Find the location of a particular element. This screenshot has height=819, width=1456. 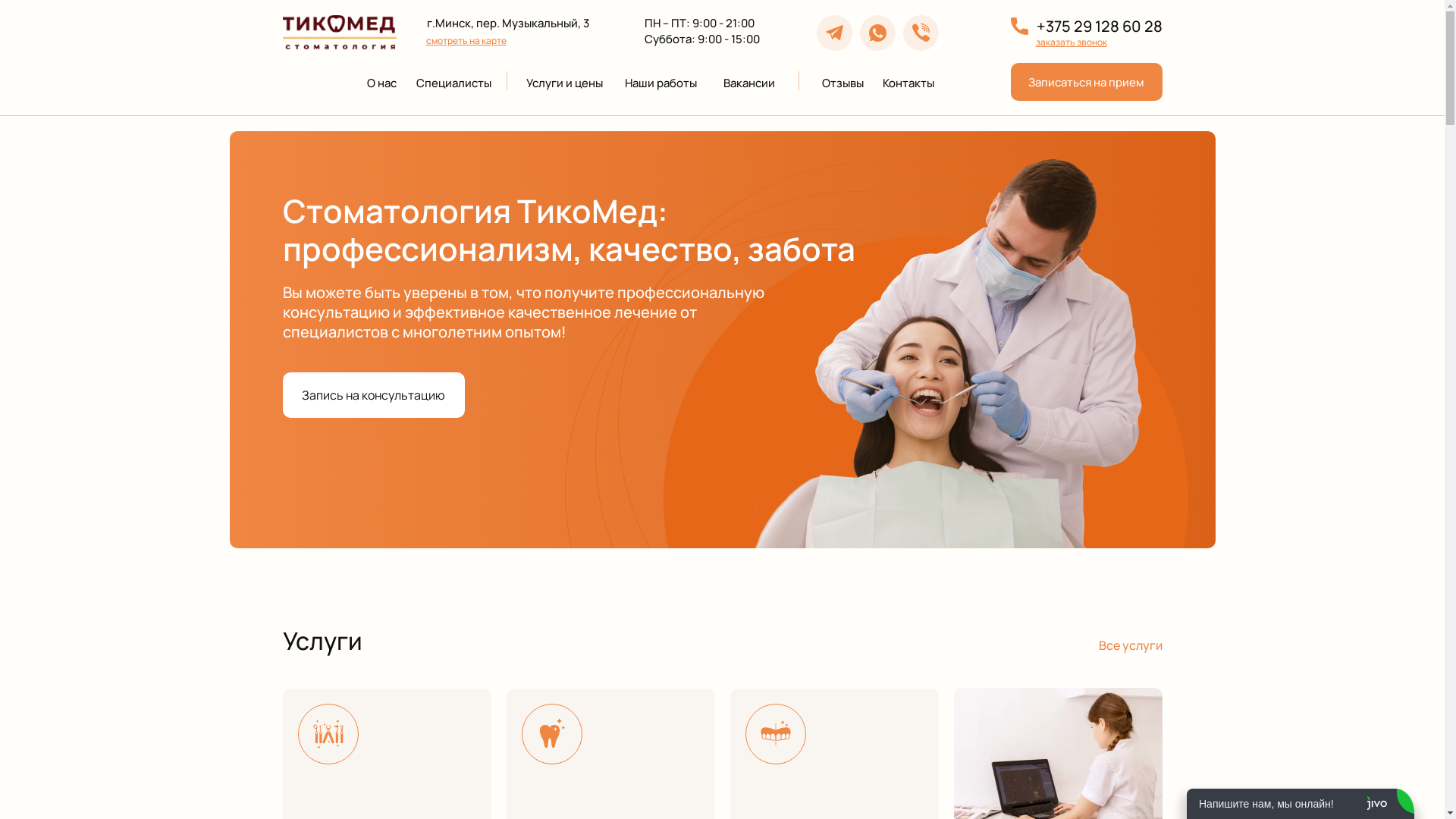

'+375 29 128 60 28' is located at coordinates (1102, 26).